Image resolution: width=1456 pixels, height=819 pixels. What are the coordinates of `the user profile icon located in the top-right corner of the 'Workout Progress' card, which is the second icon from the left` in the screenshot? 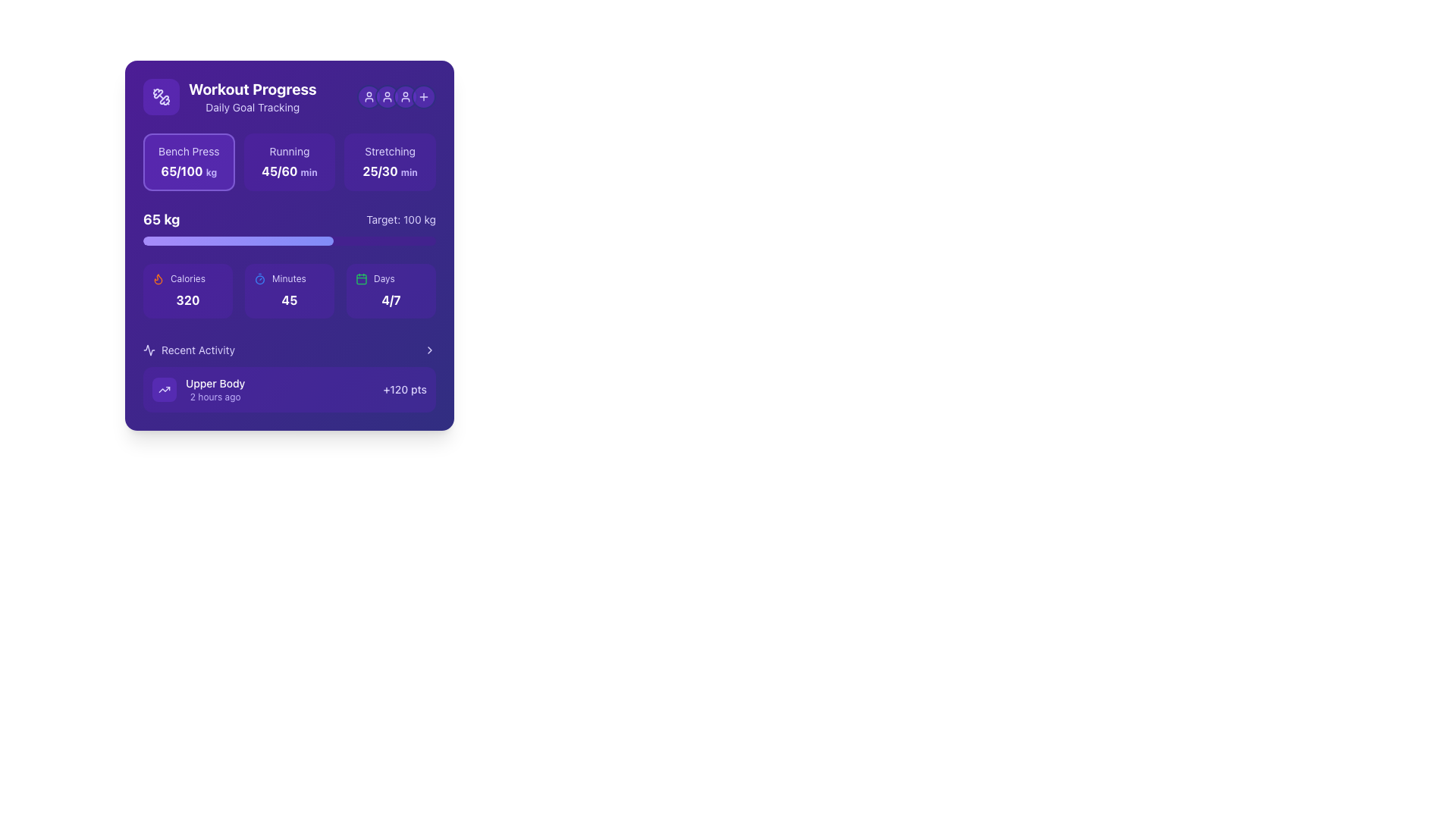 It's located at (387, 96).